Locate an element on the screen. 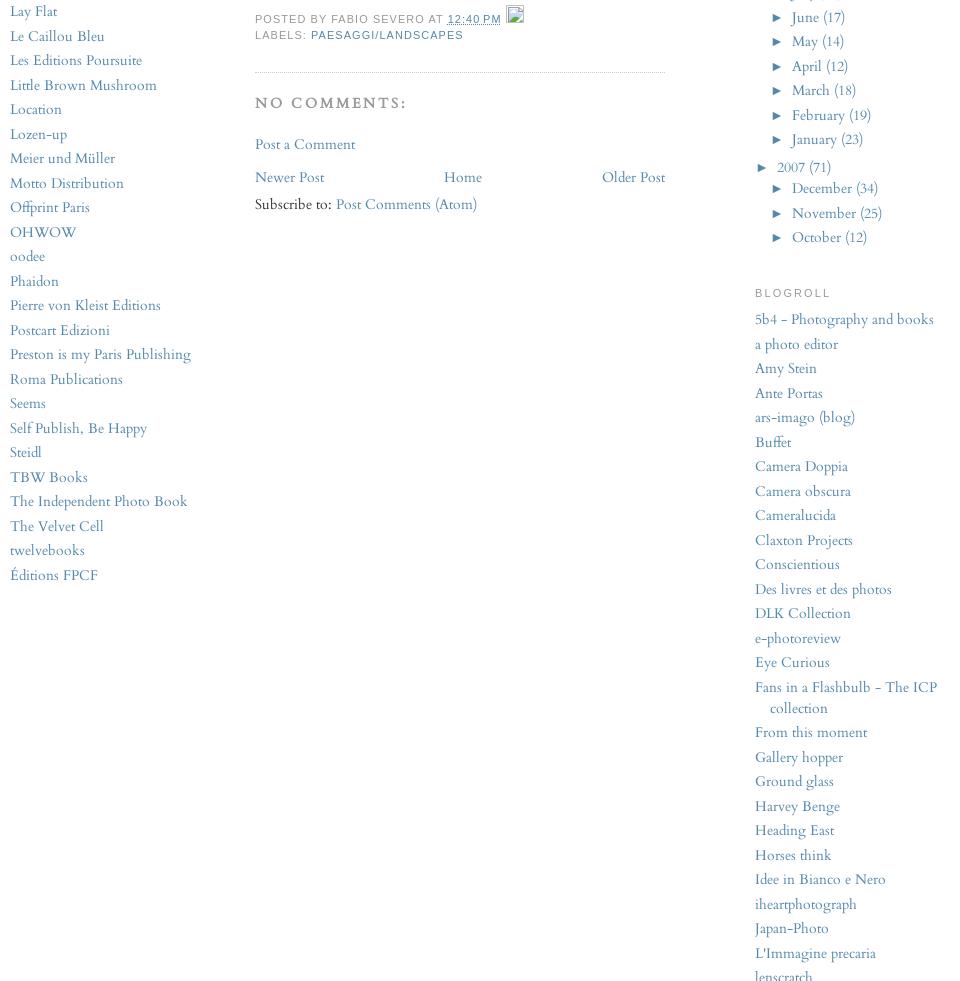 The image size is (960, 981). 'Cameralucida' is located at coordinates (795, 515).